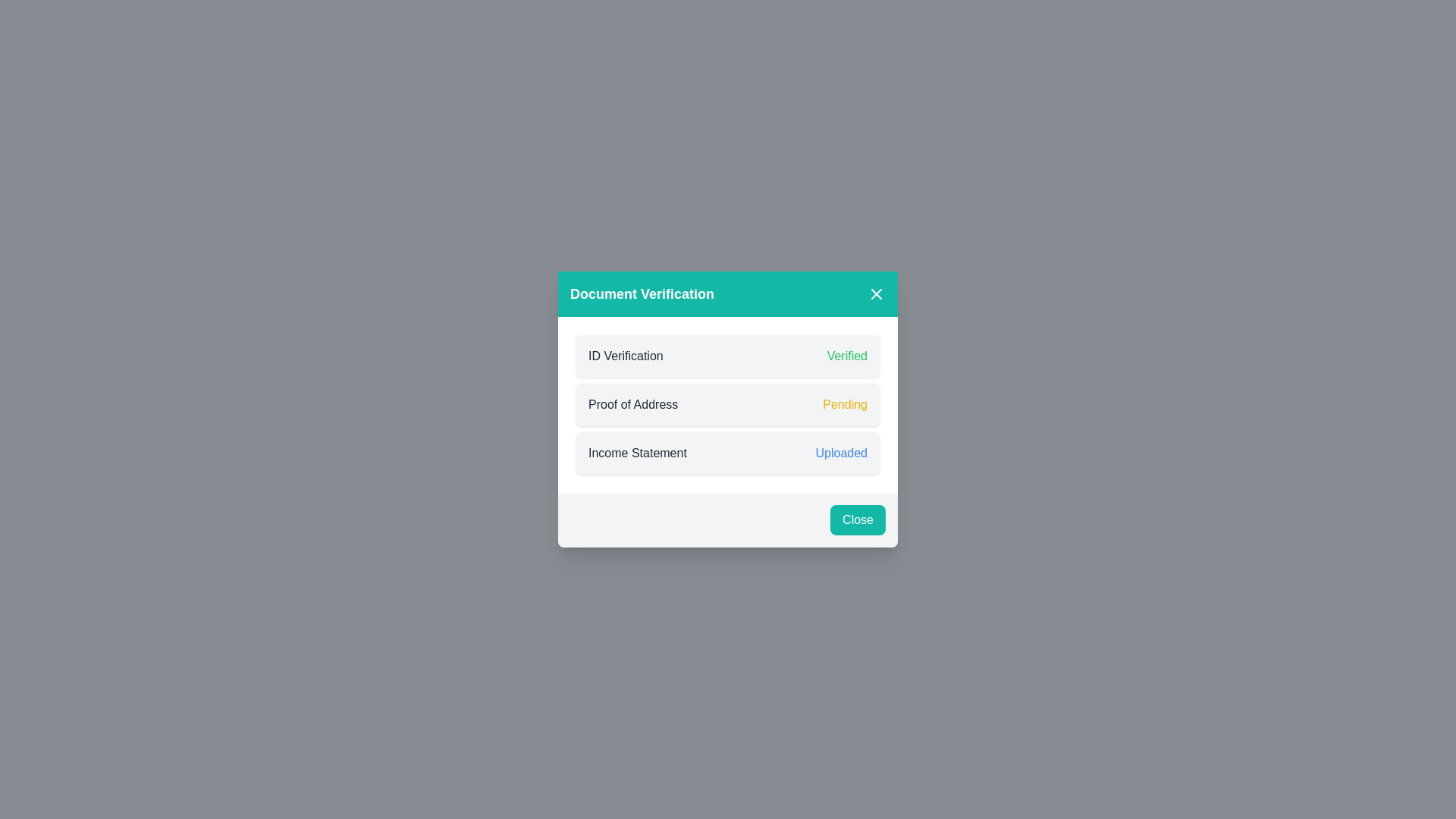  I want to click on status displayed in the text label 'Uploaded', which is in blue font color and located on the right side of the row containing 'Income Statement', so click(840, 452).